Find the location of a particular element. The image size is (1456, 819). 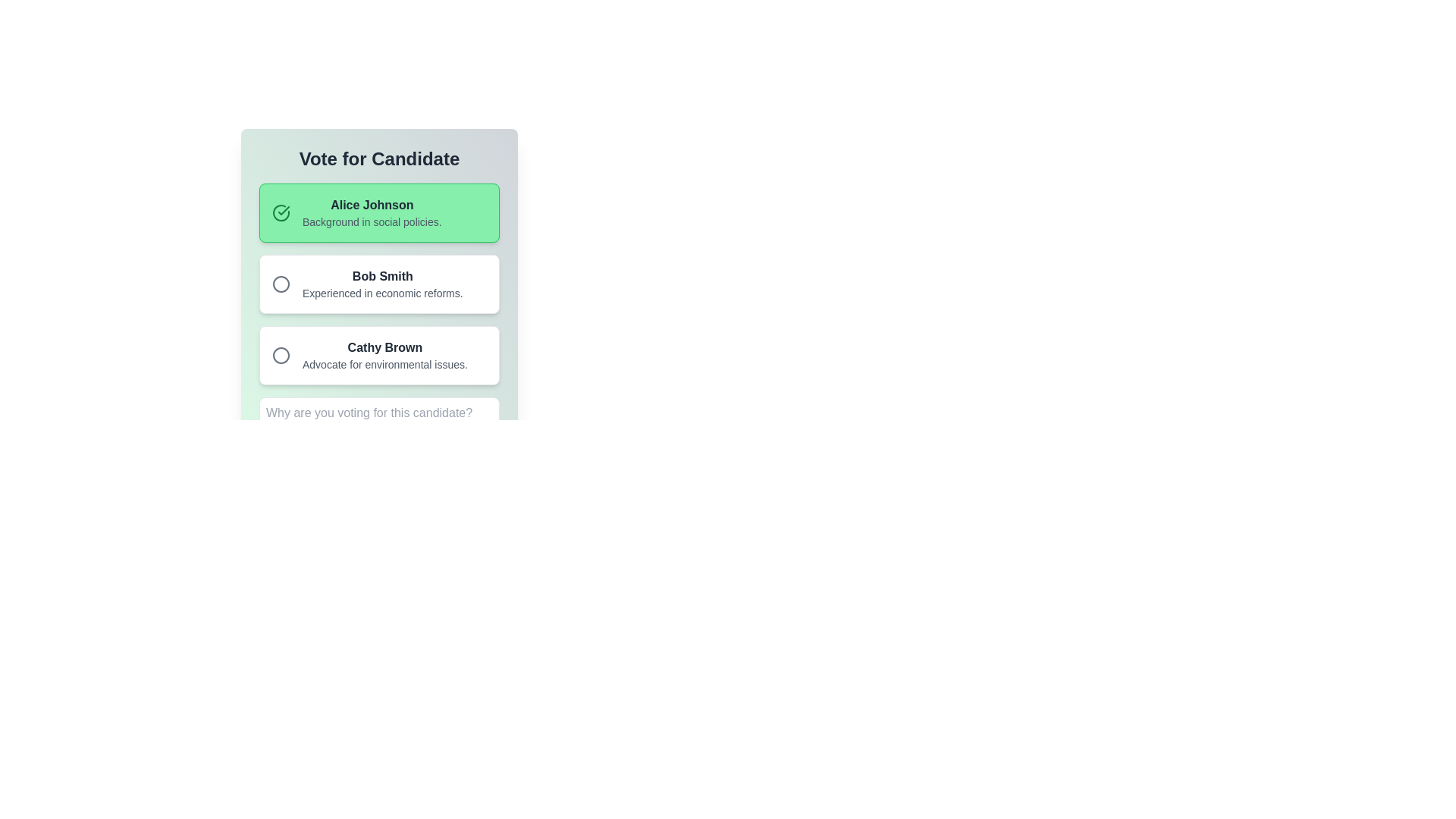

the text label that reads 'Advocate for environmental issues,' which is styled in gray and positioned as a subheading beneath the name 'Cathy Brown' in the candidate selection interface is located at coordinates (385, 365).